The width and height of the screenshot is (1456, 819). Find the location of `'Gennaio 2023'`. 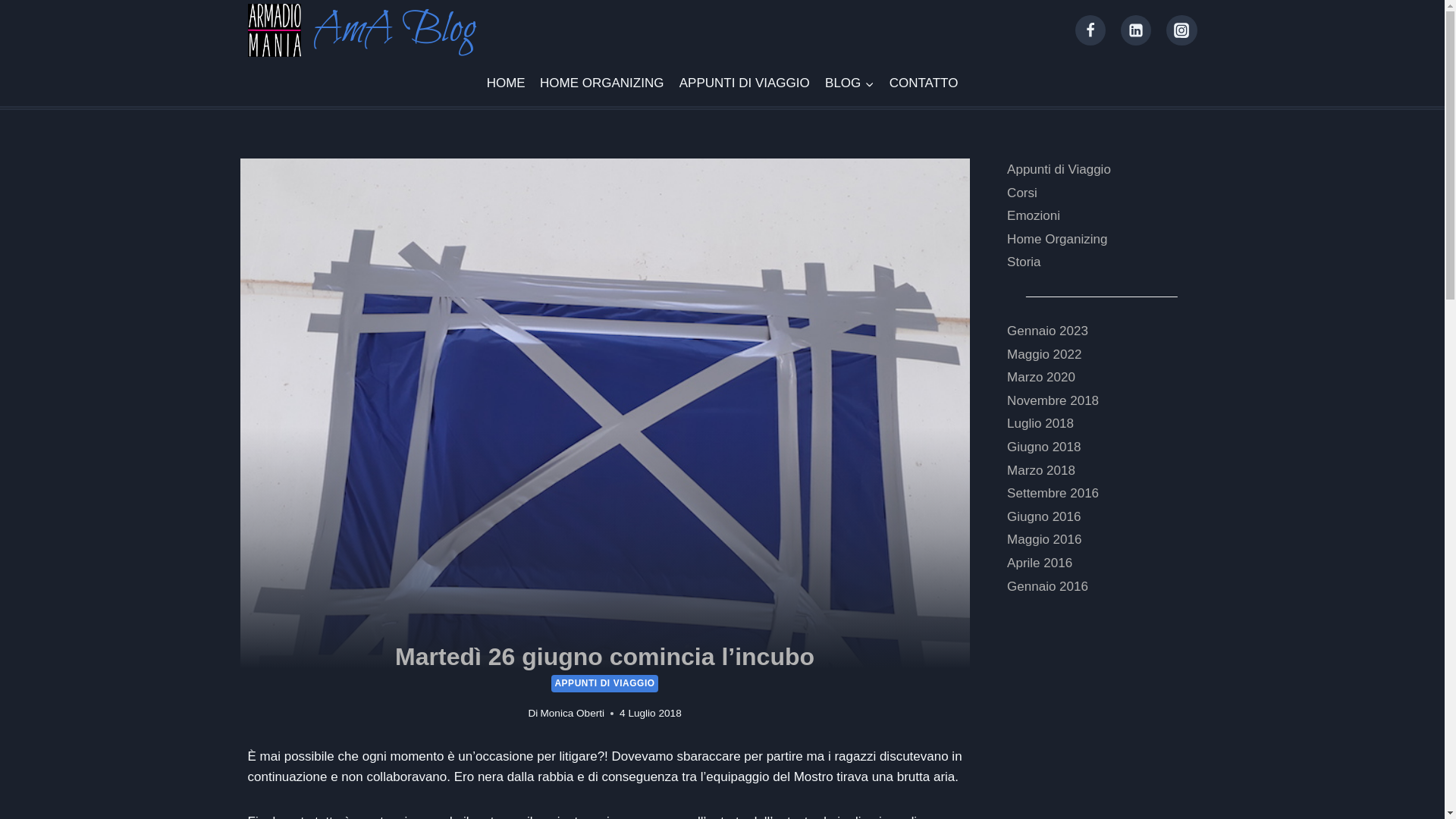

'Gennaio 2023' is located at coordinates (1046, 330).